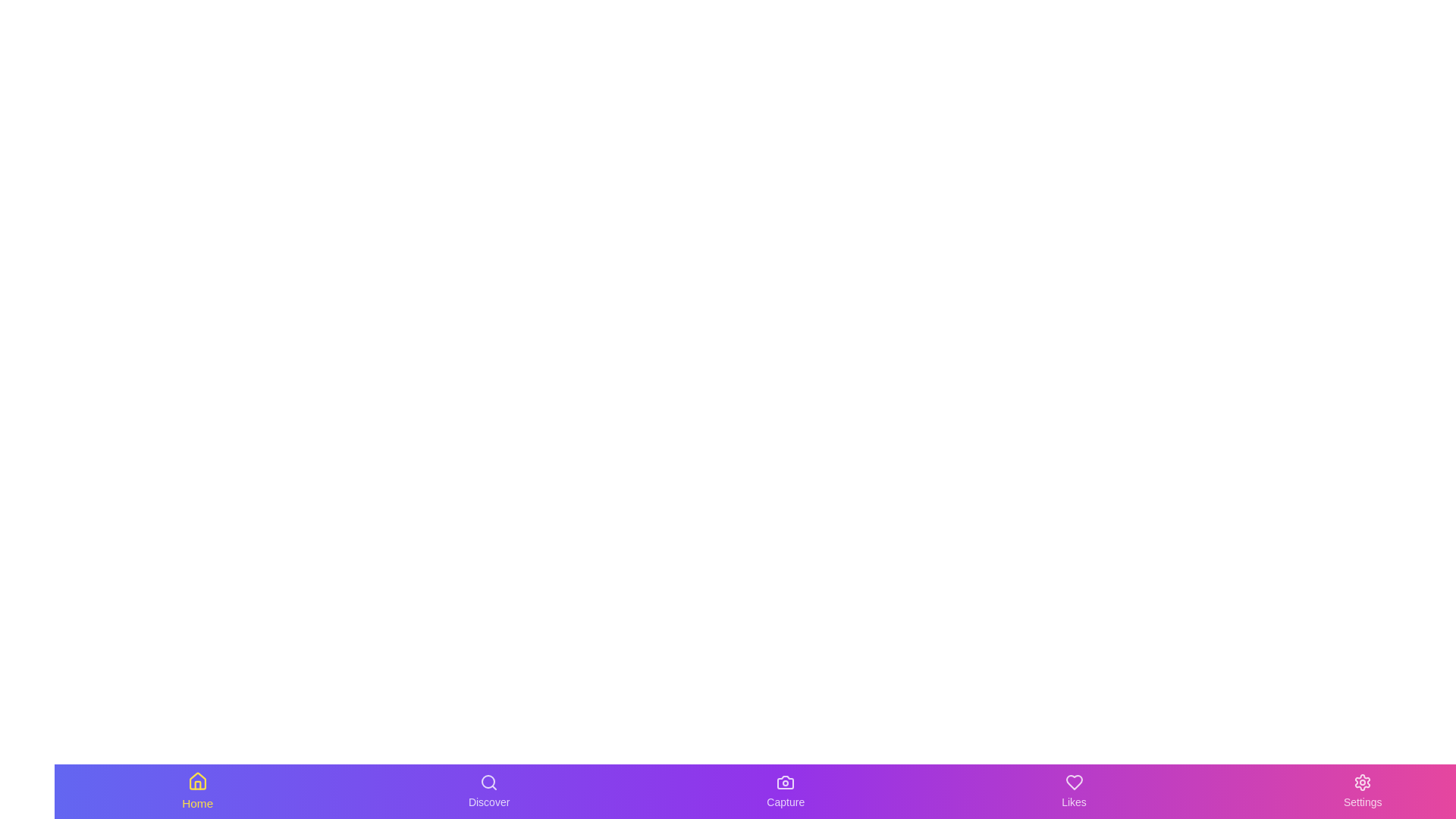  Describe the element at coordinates (786, 791) in the screenshot. I see `the tab labeled Capture` at that location.